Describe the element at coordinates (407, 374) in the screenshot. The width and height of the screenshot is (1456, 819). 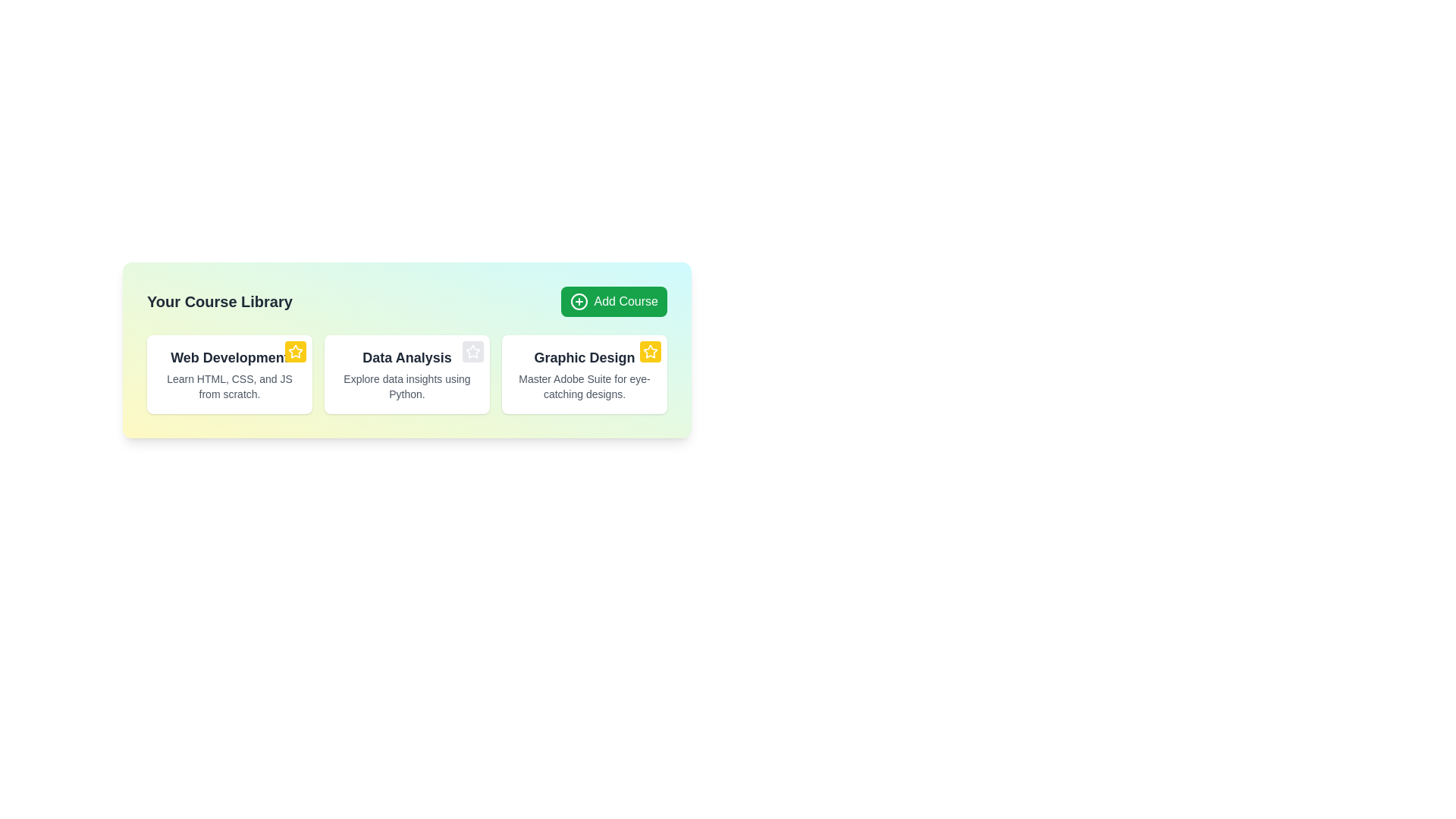
I see `the 'Data Analysis' card component, which features a white background, bold title at the top, and a star icon in a gray circle at the top-right corner` at that location.